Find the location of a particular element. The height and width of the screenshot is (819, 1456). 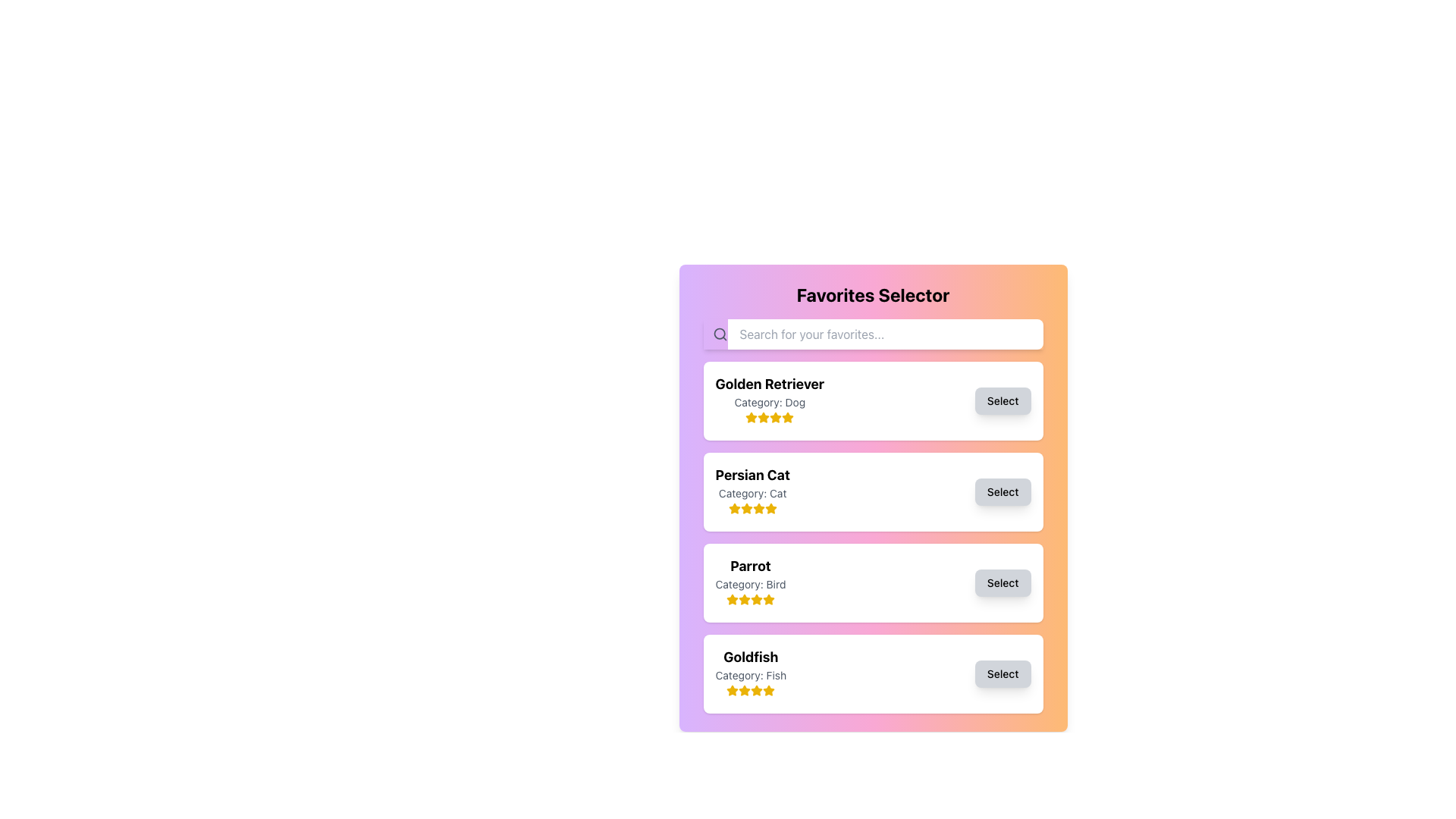

the fourth star icon in the rating display for 'Persian Cat', which is a yellow star-like shape used for ratings is located at coordinates (746, 508).